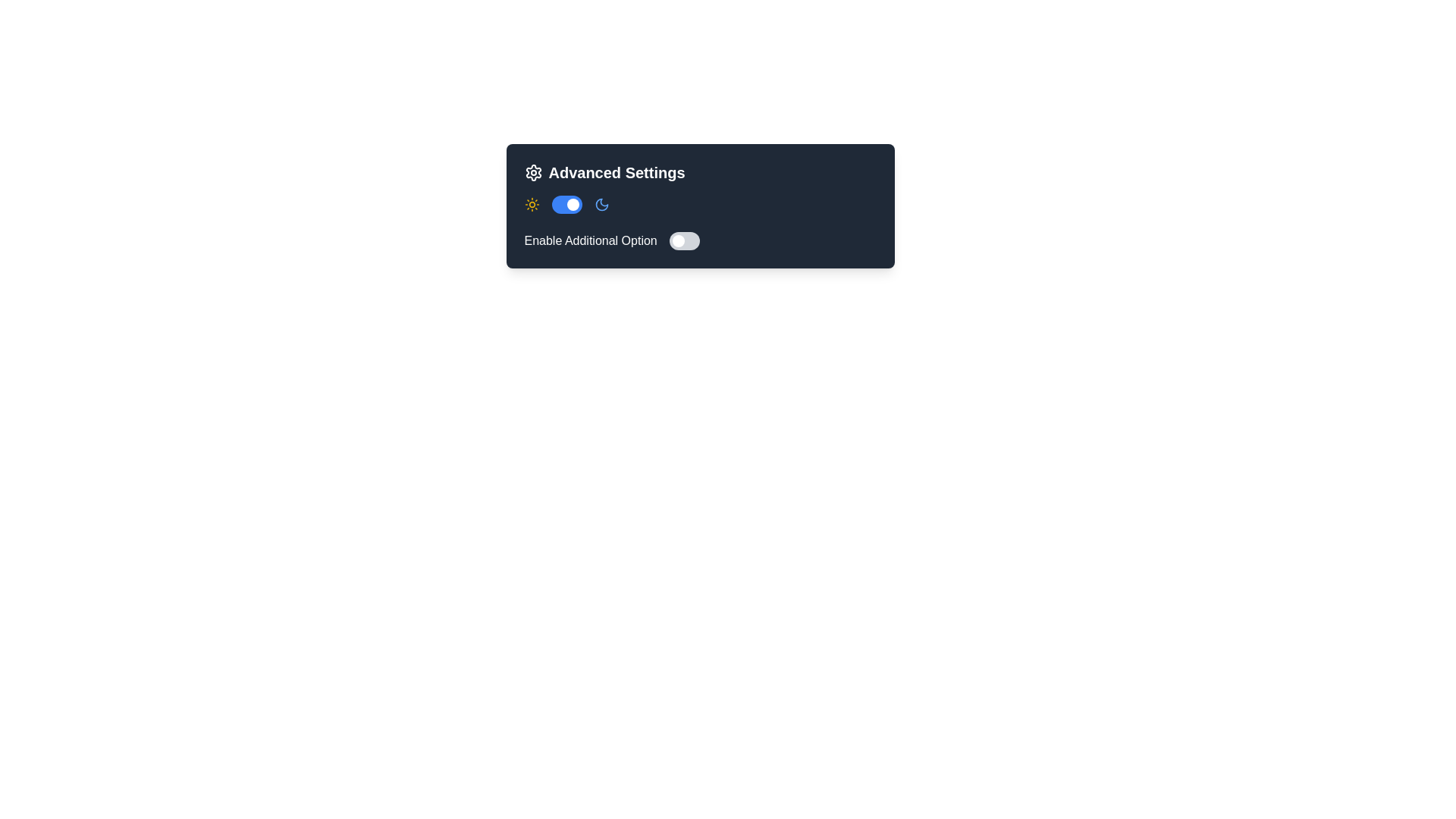 The width and height of the screenshot is (1456, 819). Describe the element at coordinates (532, 205) in the screenshot. I see `the sun icon, which is a yellow line drawing with rays extending outward, located at the top of the settings panel as the first element in its group` at that location.